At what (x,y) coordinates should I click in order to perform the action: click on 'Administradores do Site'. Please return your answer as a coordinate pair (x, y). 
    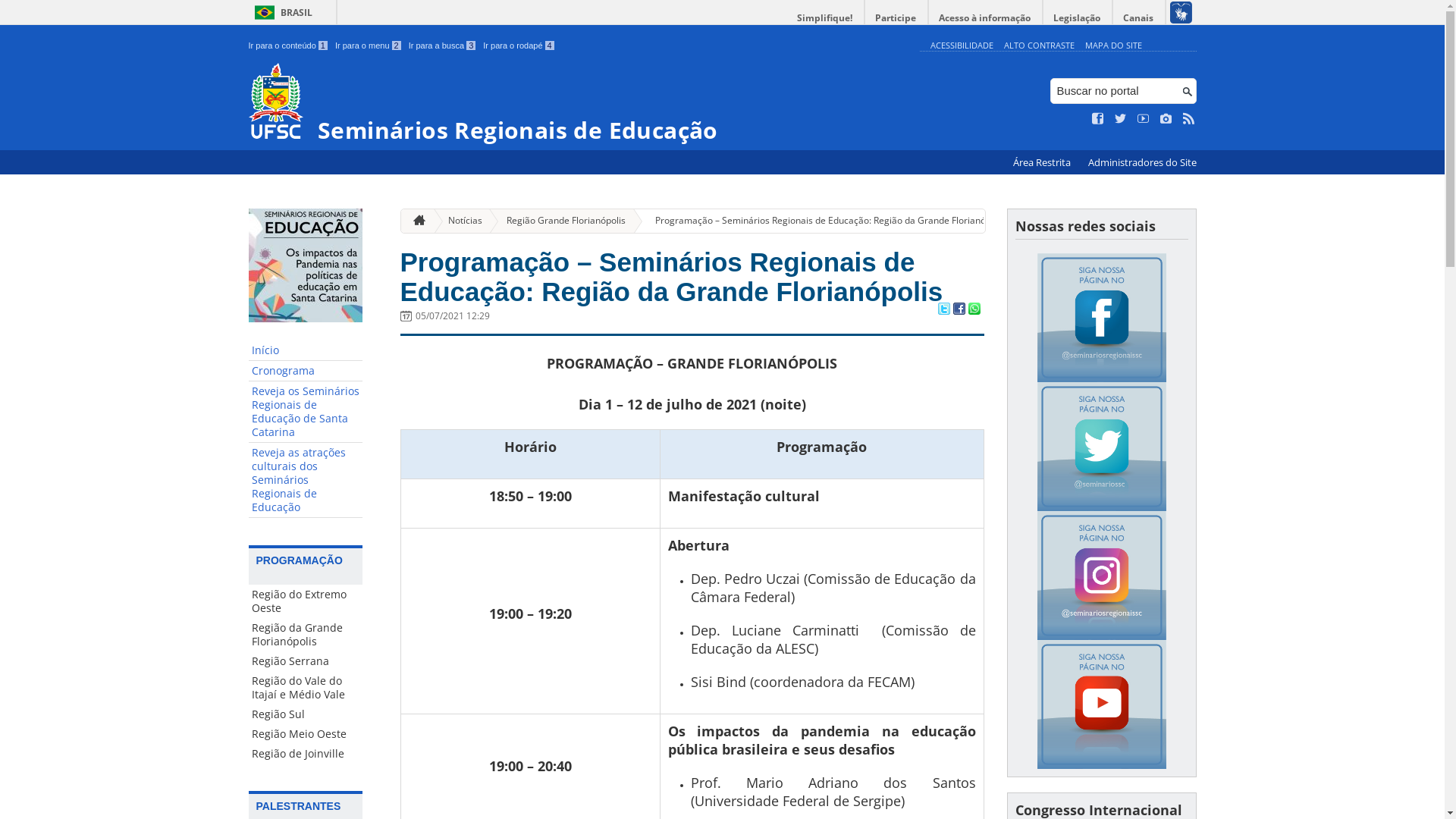
    Looking at the image, I should click on (1141, 162).